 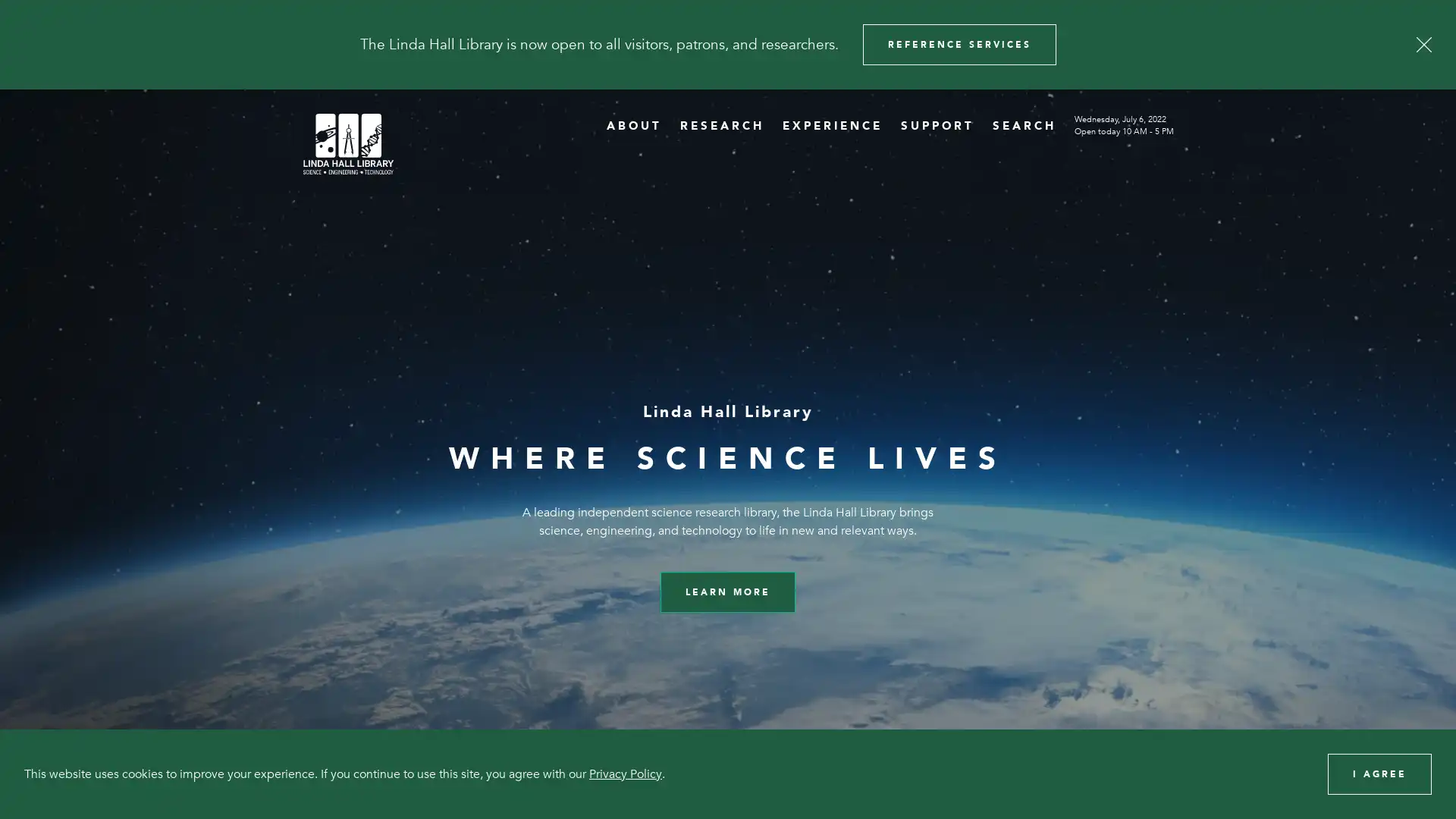 I want to click on RESEARCH, so click(x=721, y=124).